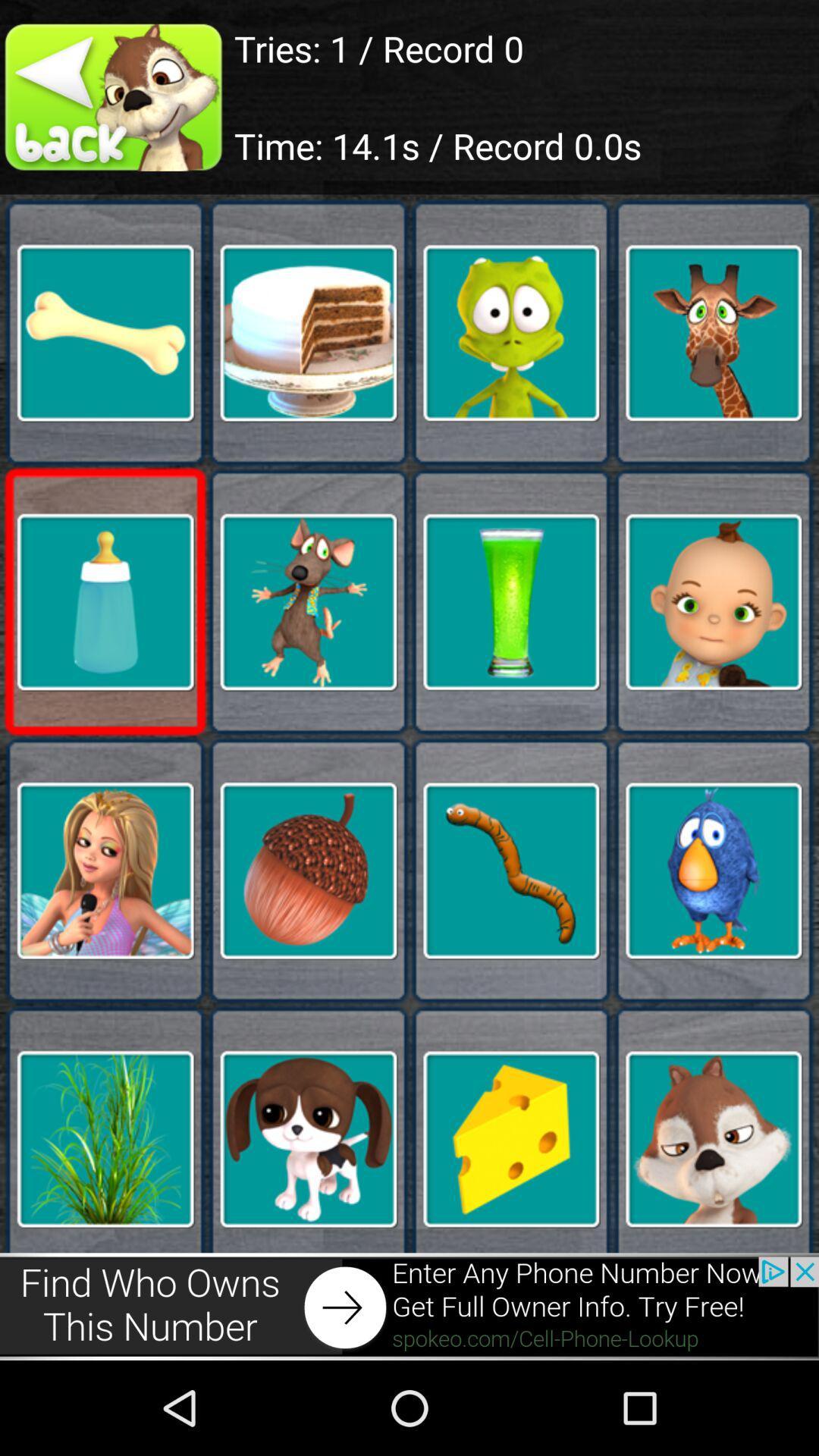  I want to click on the image which is below the cake, so click(308, 601).